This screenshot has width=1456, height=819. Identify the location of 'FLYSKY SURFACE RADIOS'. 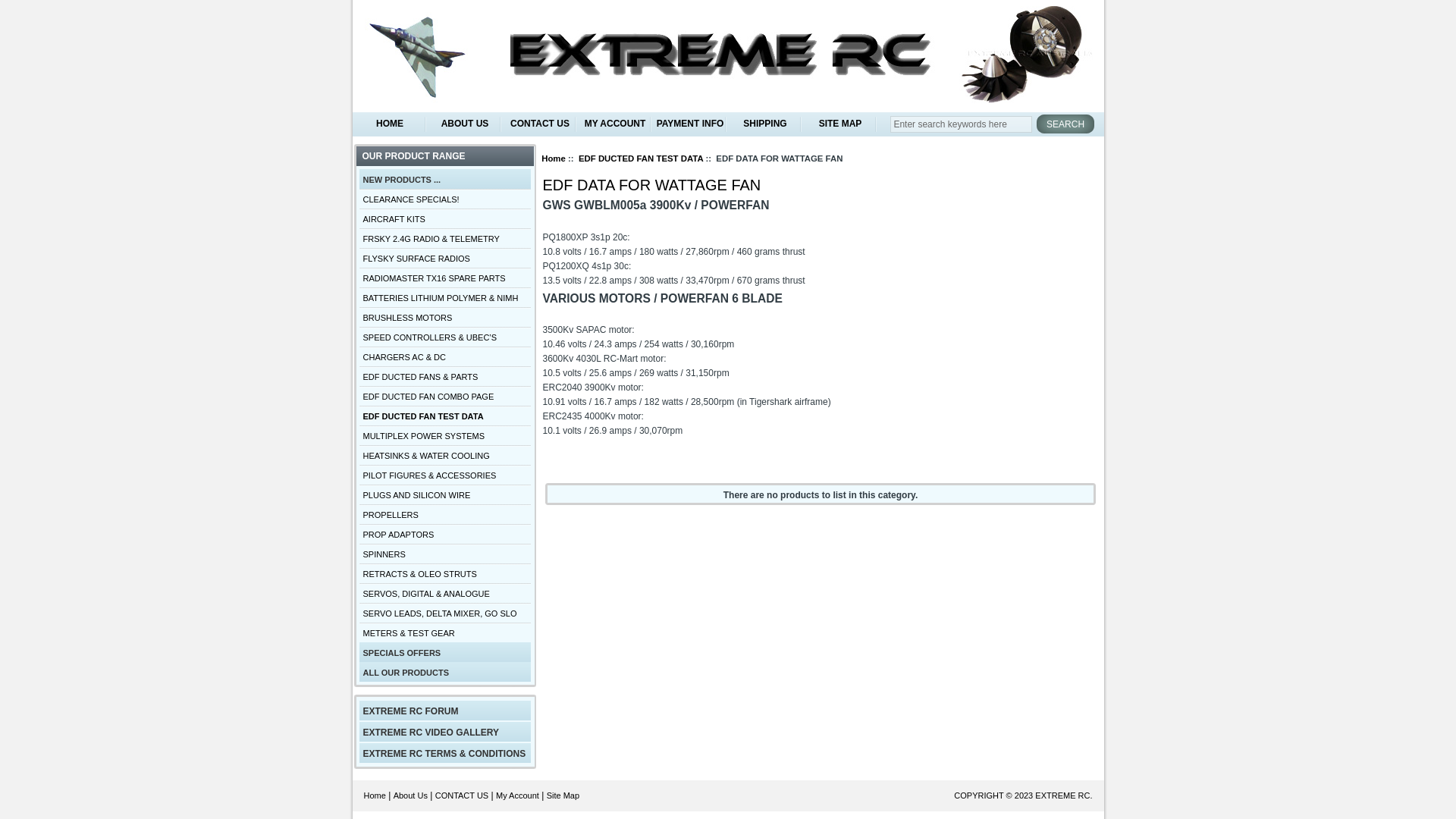
(444, 256).